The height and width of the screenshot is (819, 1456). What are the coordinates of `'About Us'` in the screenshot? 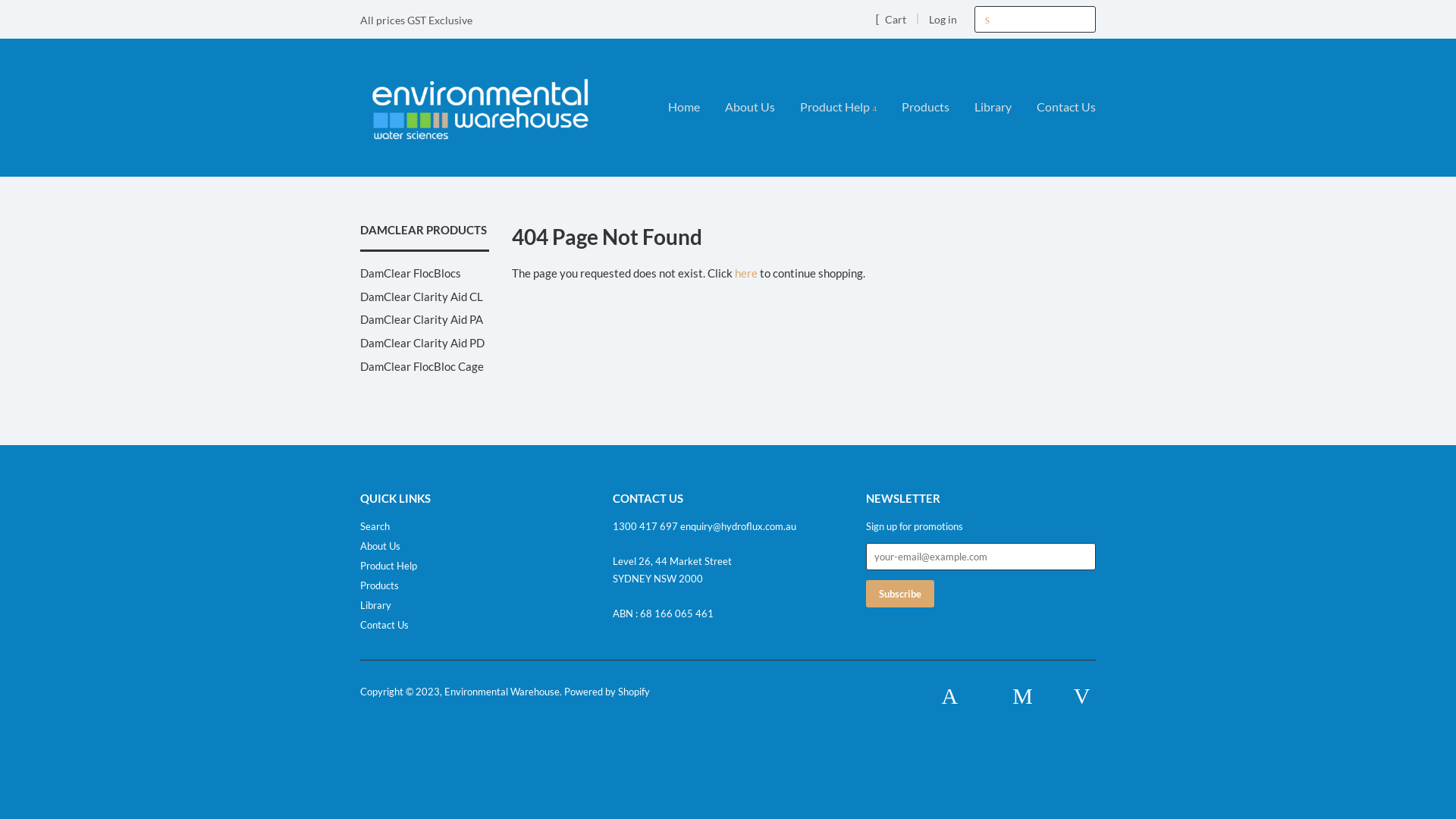 It's located at (380, 546).